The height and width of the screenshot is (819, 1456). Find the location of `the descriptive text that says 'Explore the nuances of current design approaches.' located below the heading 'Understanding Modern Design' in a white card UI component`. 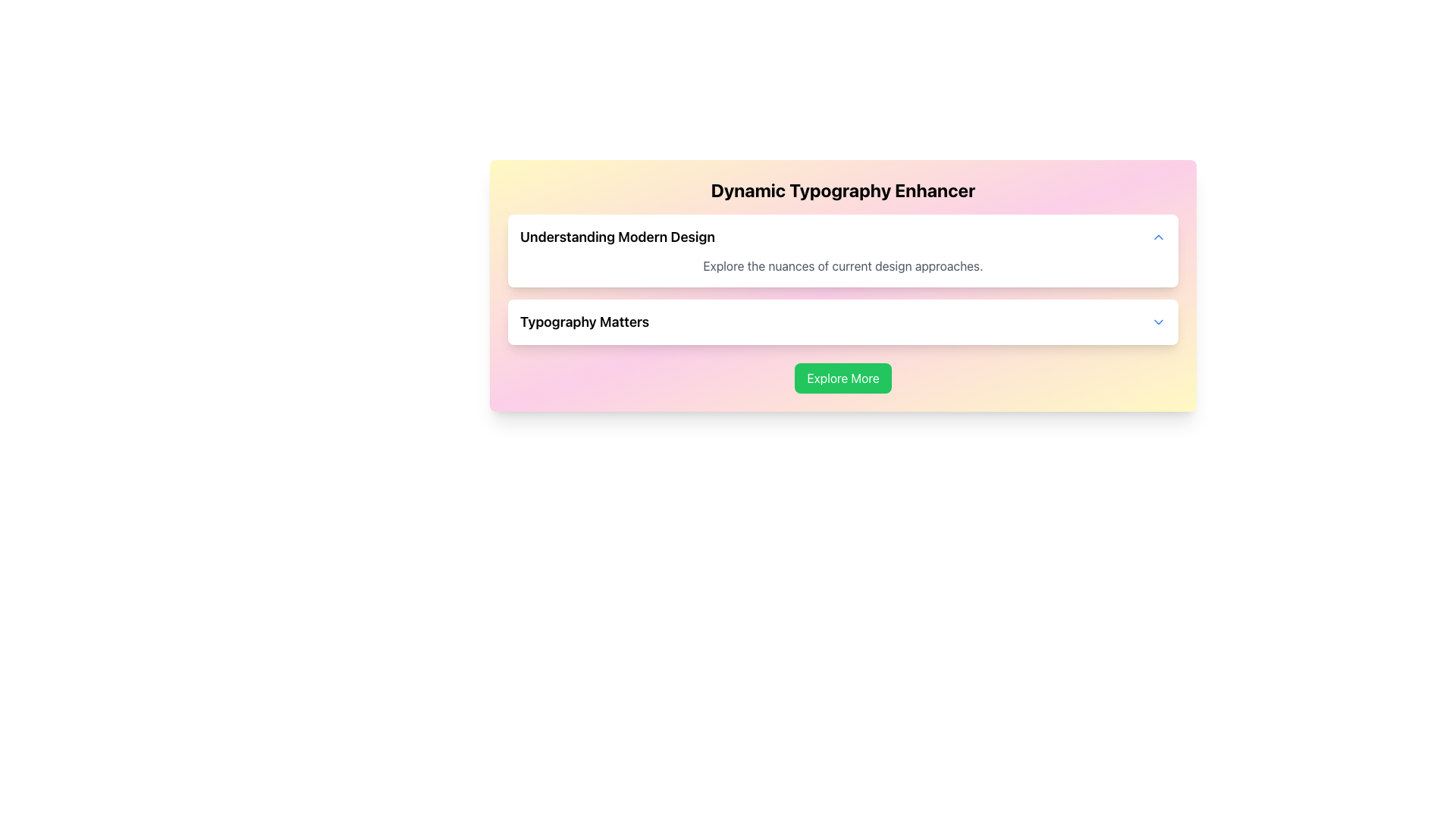

the descriptive text that says 'Explore the nuances of current design approaches.' located below the heading 'Understanding Modern Design' in a white card UI component is located at coordinates (843, 265).